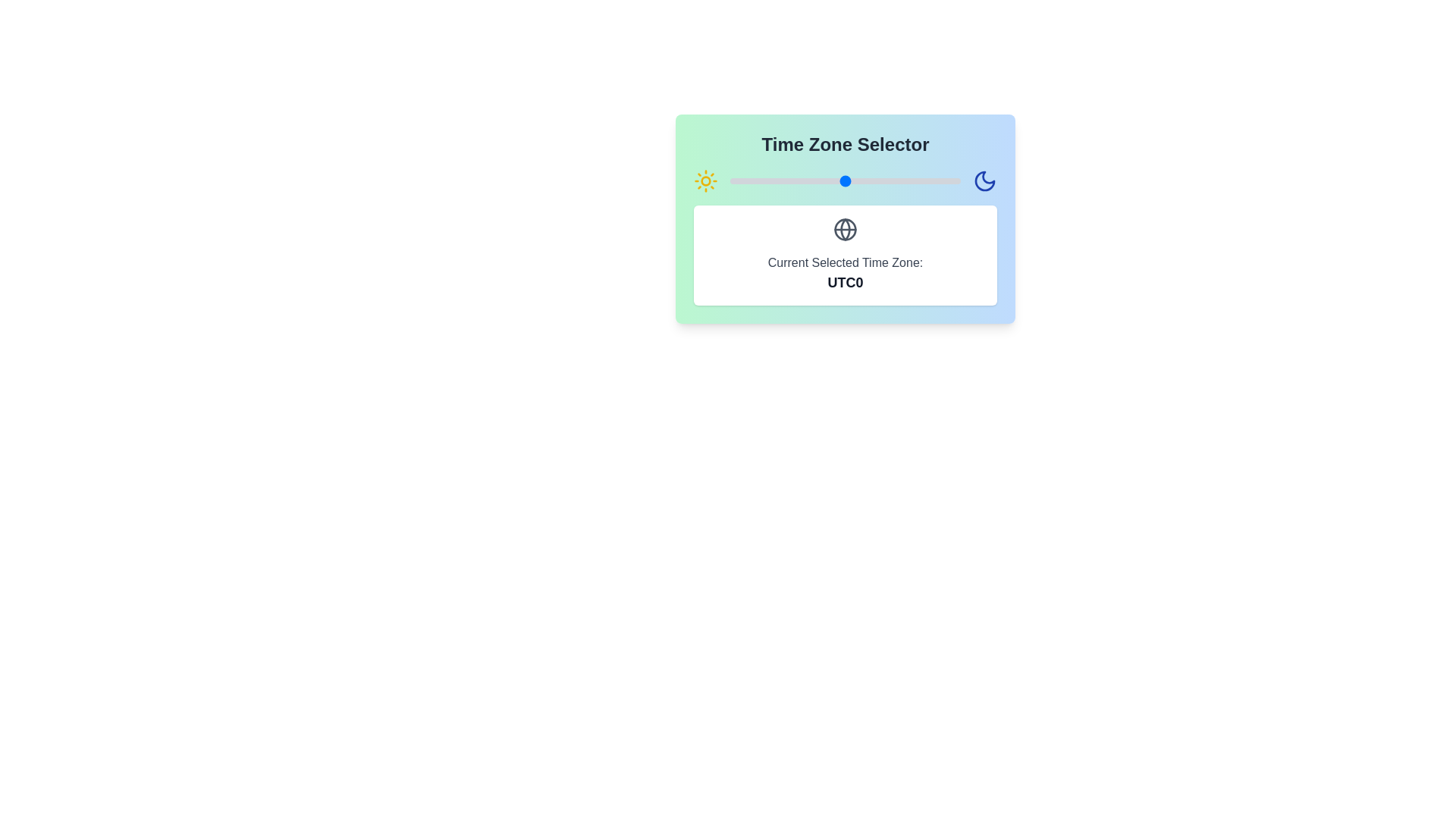 This screenshot has width=1456, height=819. Describe the element at coordinates (777, 180) in the screenshot. I see `the time zone offset` at that location.